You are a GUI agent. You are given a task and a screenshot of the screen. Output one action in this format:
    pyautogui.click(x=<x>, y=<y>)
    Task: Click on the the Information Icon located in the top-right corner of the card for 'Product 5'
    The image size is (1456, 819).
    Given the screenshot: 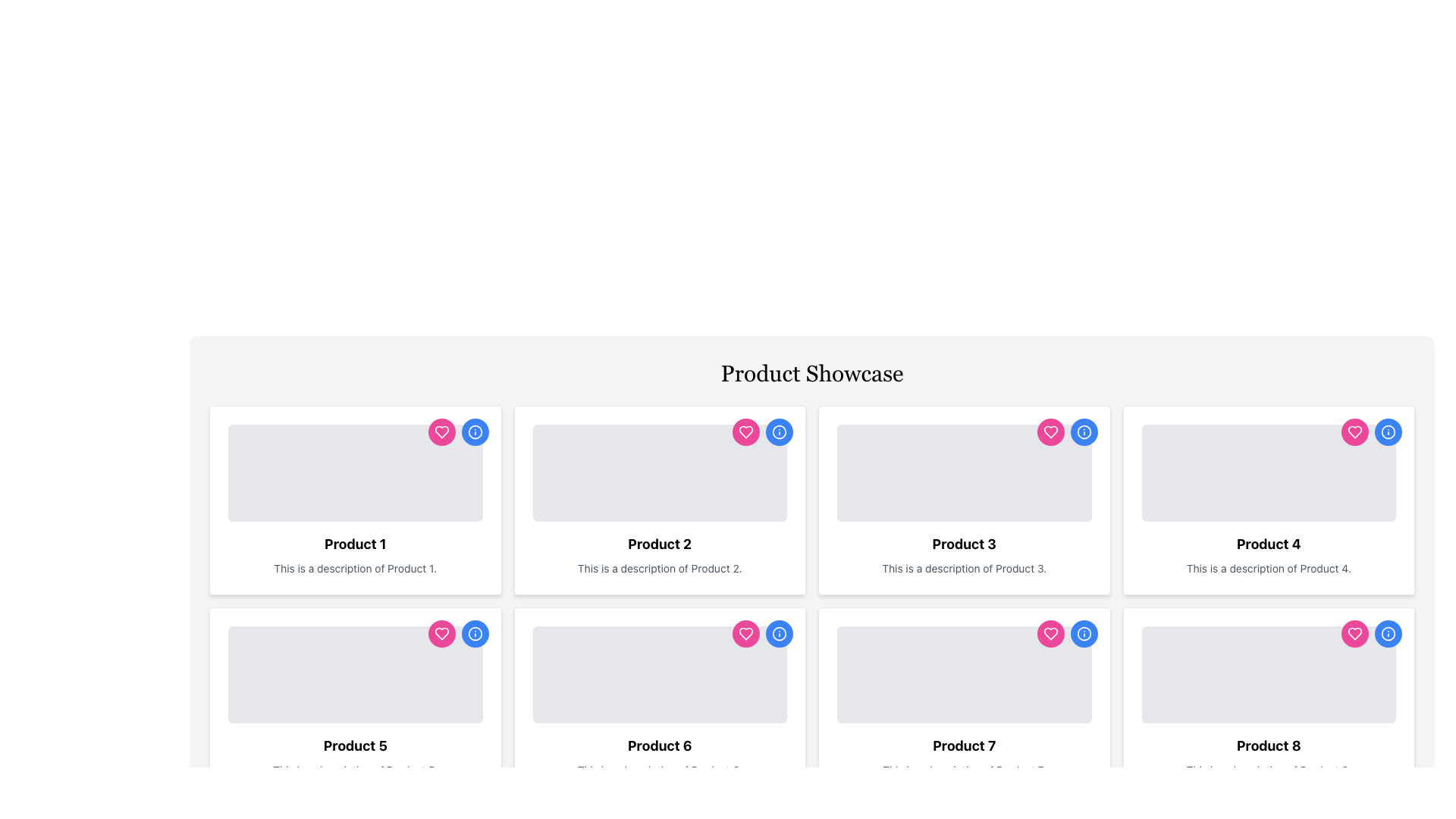 What is the action you would take?
    pyautogui.click(x=474, y=634)
    